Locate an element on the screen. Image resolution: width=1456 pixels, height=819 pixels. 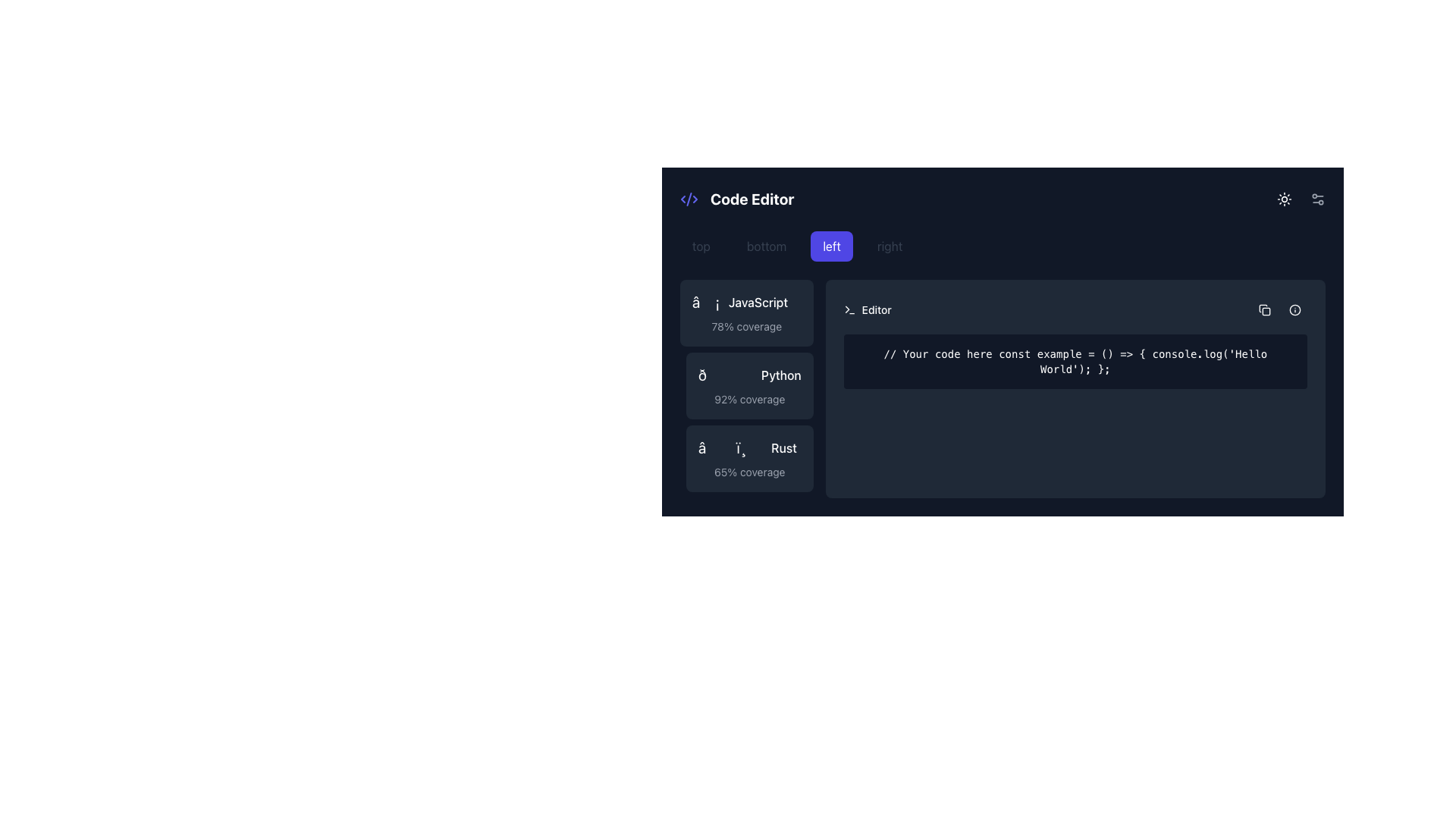
the 'Python' label located in the left panel of the 'Code Editor' interface, which is styled with a medium font weight and is positioned adjacent to a snake emoji icon is located at coordinates (781, 375).